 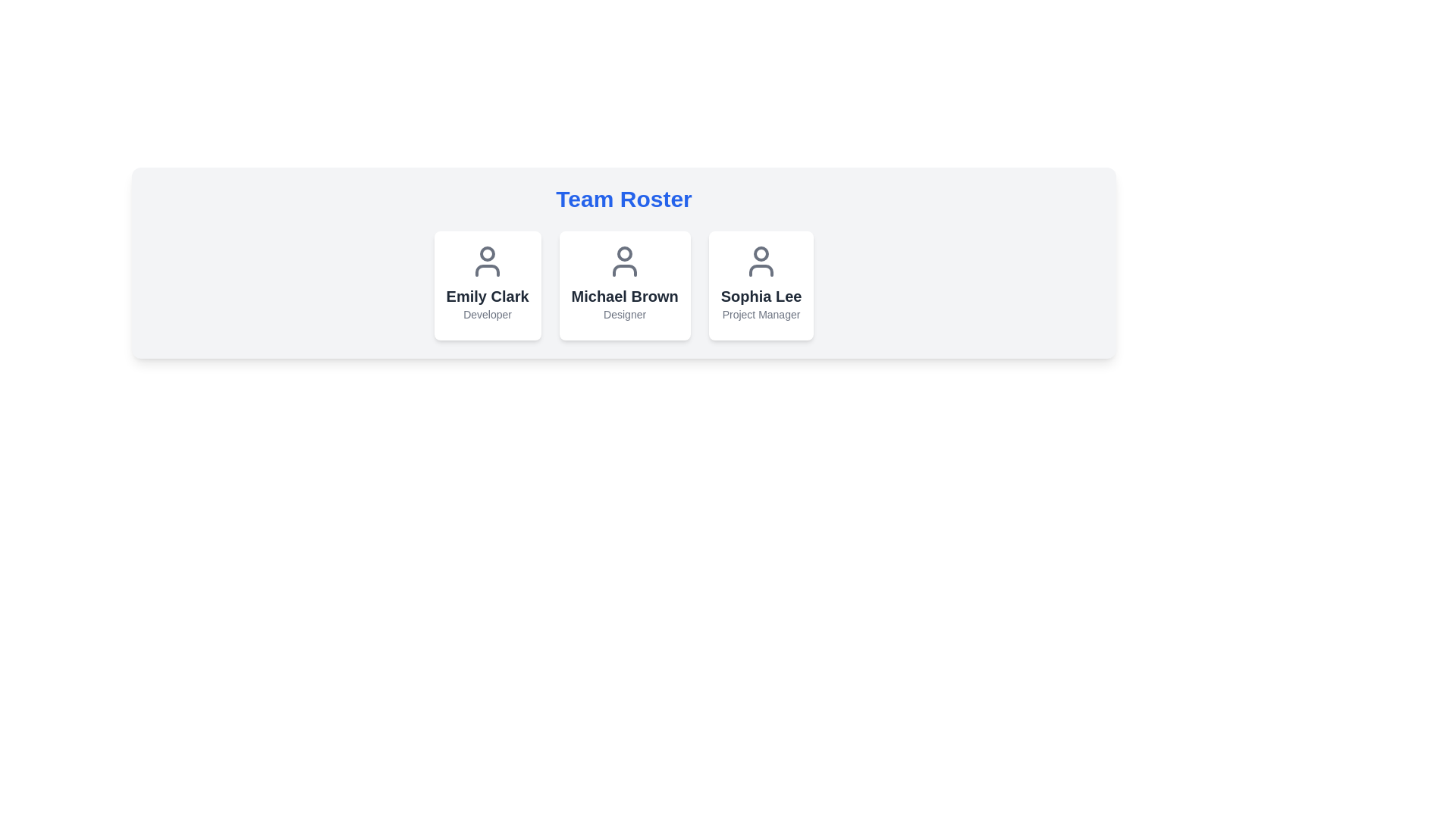 I want to click on the text label that identifies 'Sophia Lee', which is the third card in the row under 'Team Roster', so click(x=761, y=296).